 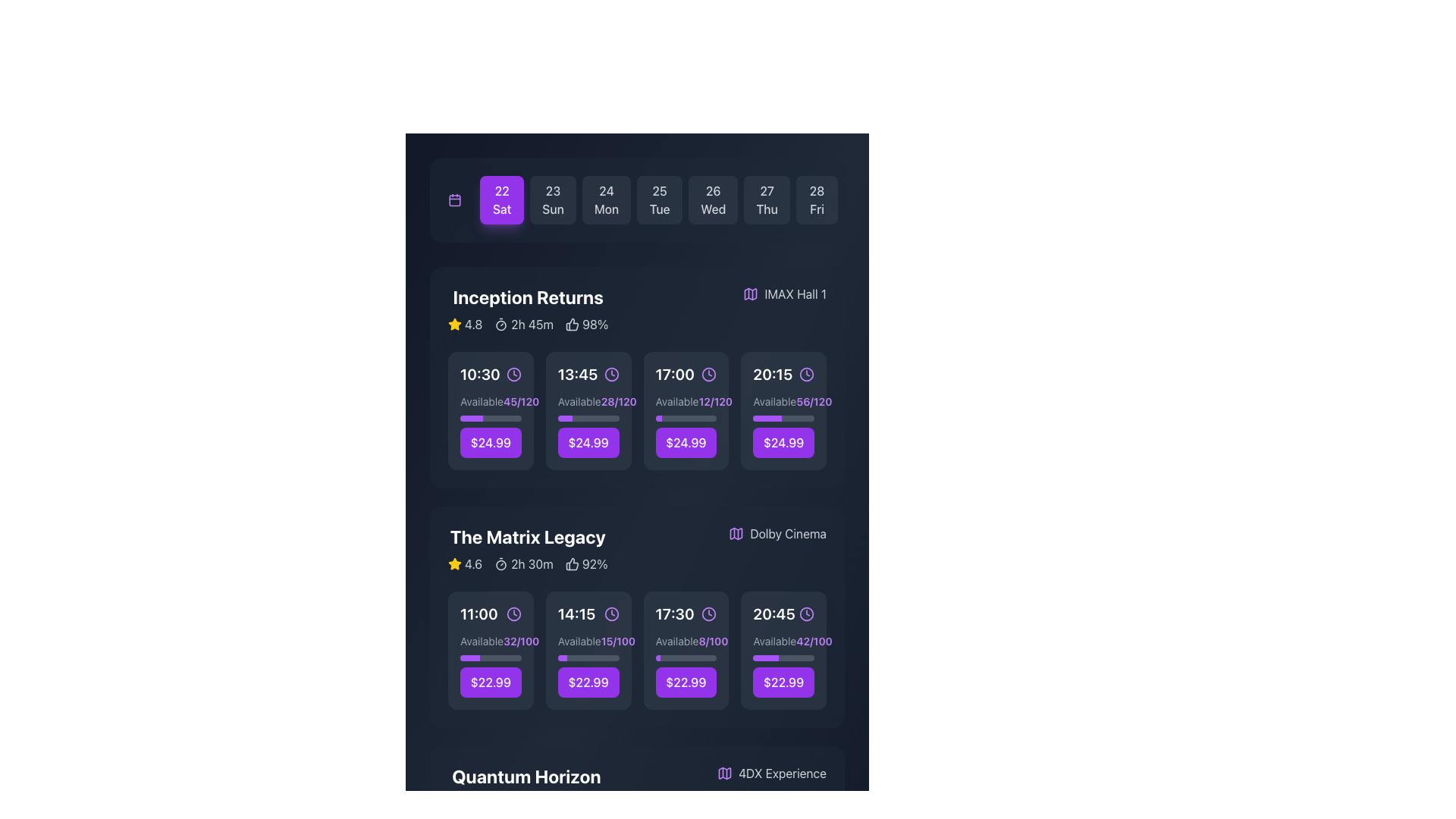 What do you see at coordinates (676, 400) in the screenshot?
I see `availability status text label located in the 17:00 time slot of the 'Inception Returns' section, positioned to the left of the '12/120' text and above the progress indicator bar` at bounding box center [676, 400].